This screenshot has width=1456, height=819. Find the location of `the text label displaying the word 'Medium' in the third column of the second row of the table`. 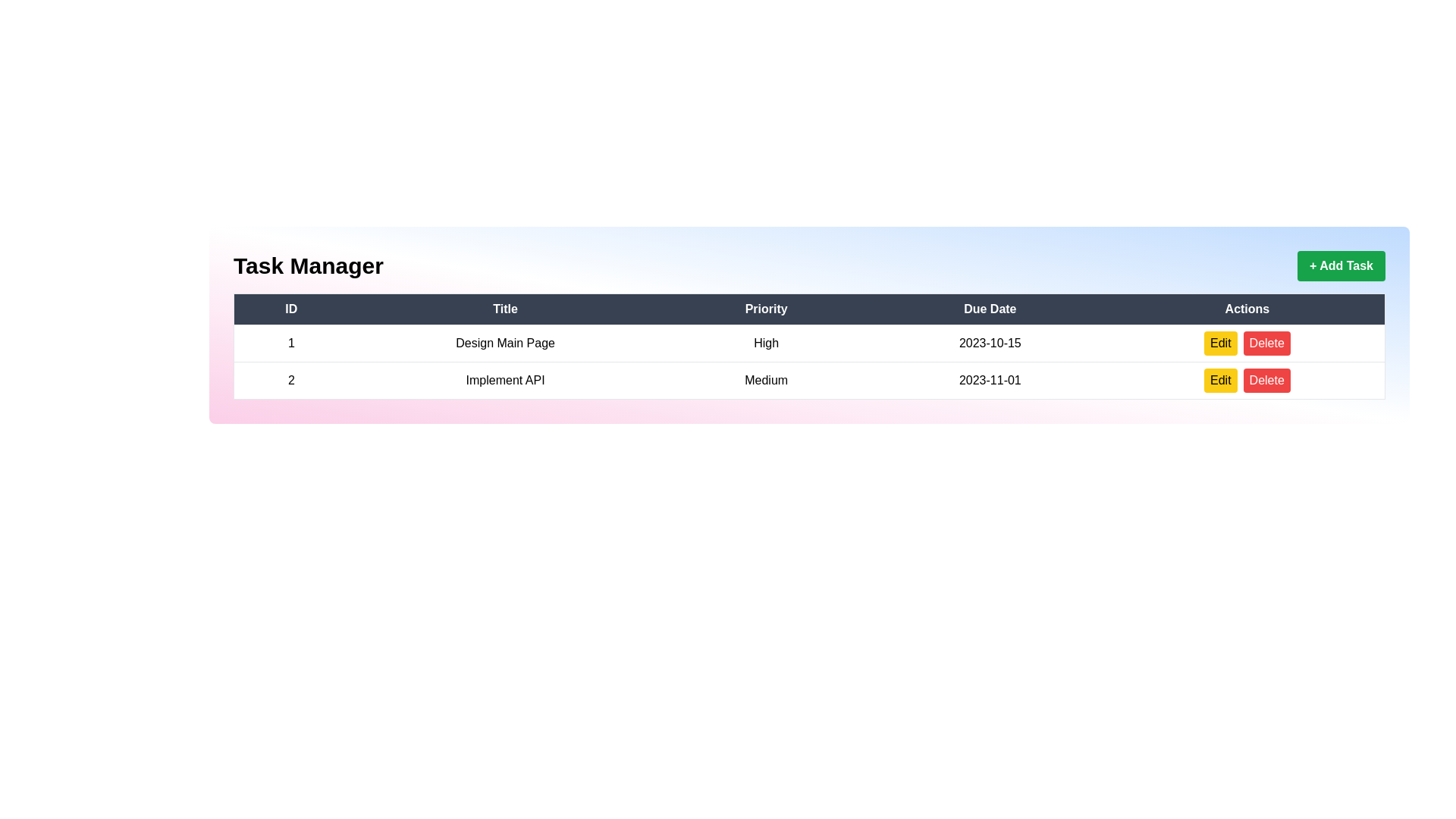

the text label displaying the word 'Medium' in the third column of the second row of the table is located at coordinates (766, 379).